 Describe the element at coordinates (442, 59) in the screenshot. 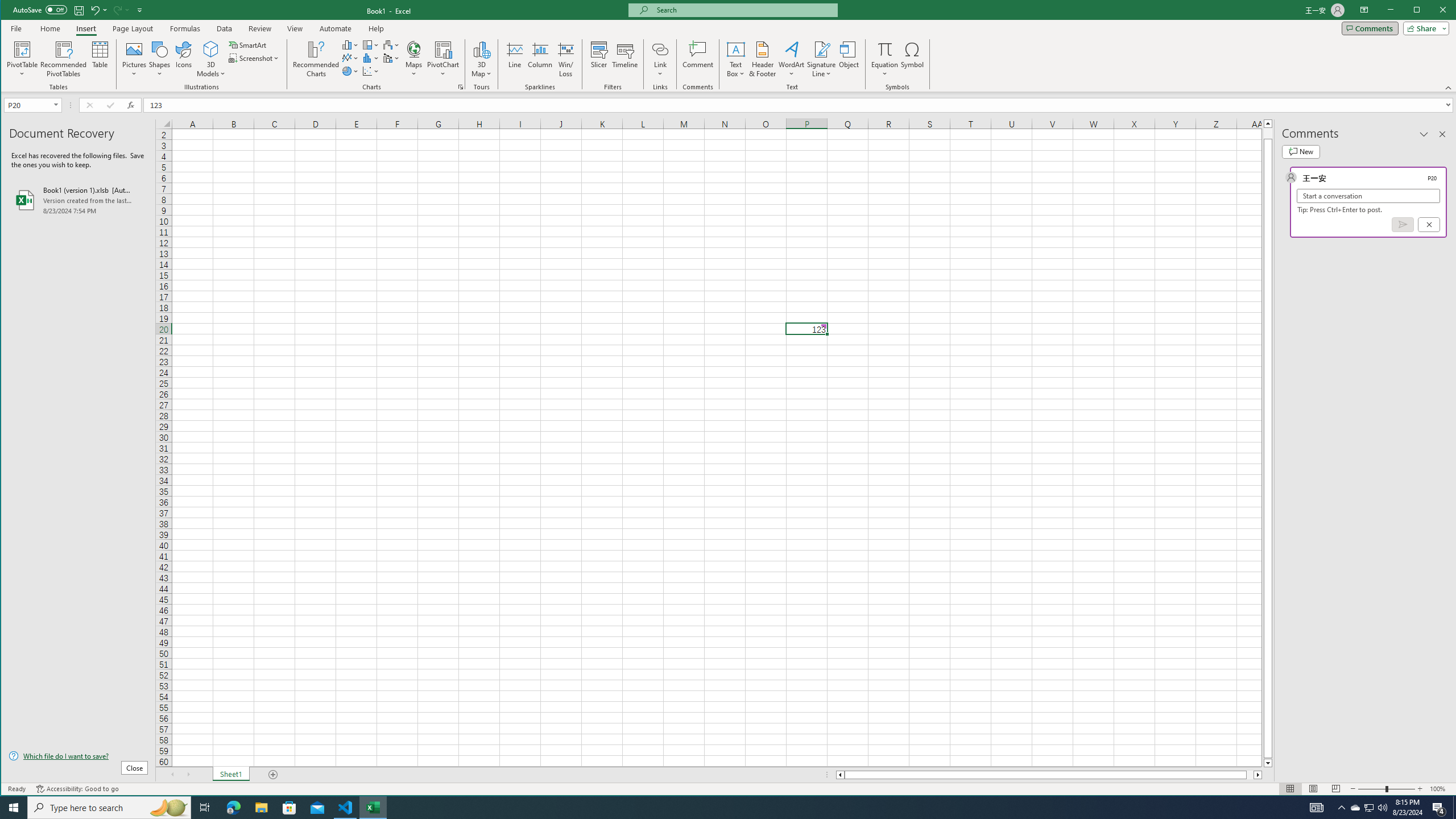

I see `'PivotChart'` at that location.